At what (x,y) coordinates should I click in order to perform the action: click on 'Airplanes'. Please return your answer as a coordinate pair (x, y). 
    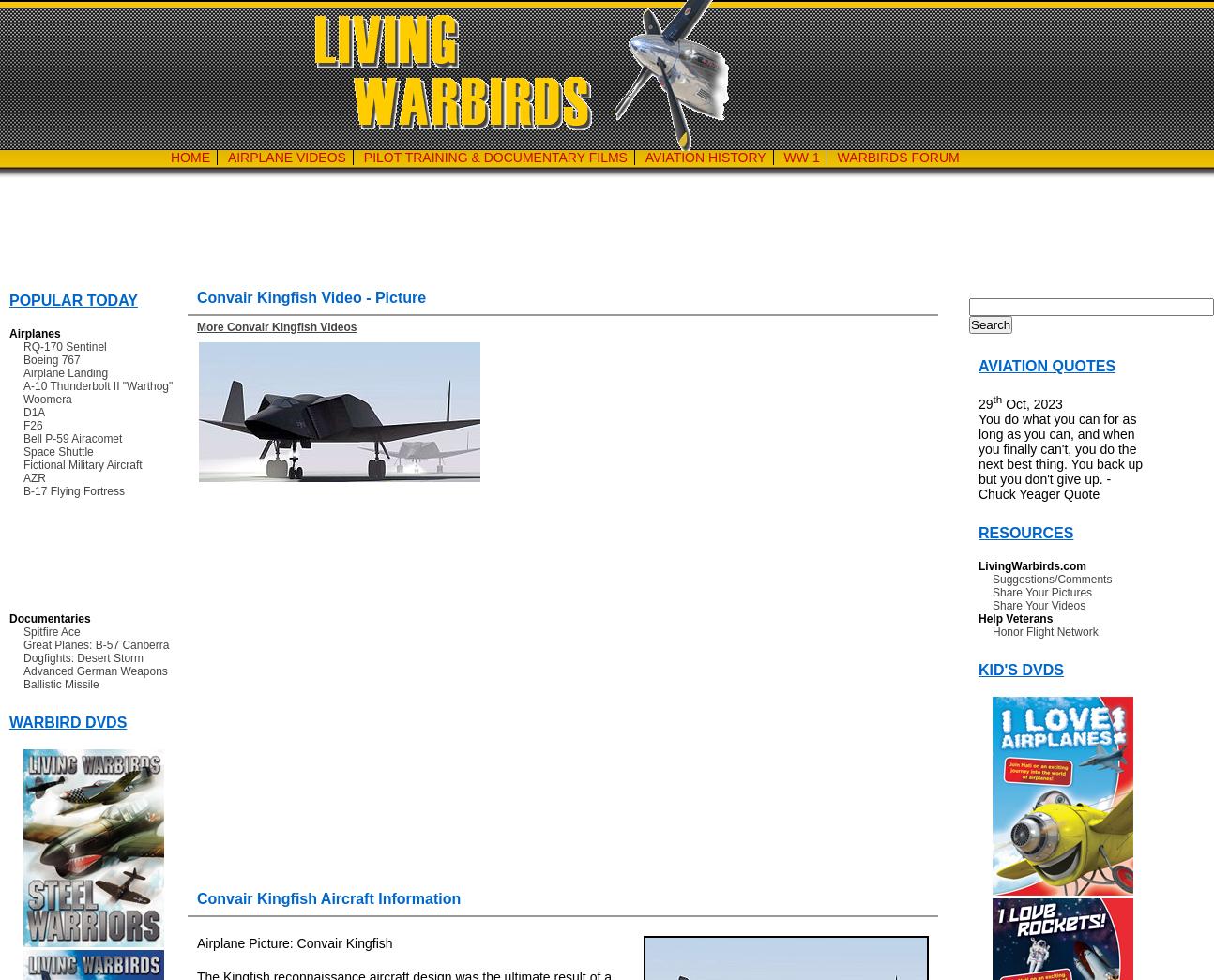
    Looking at the image, I should click on (34, 333).